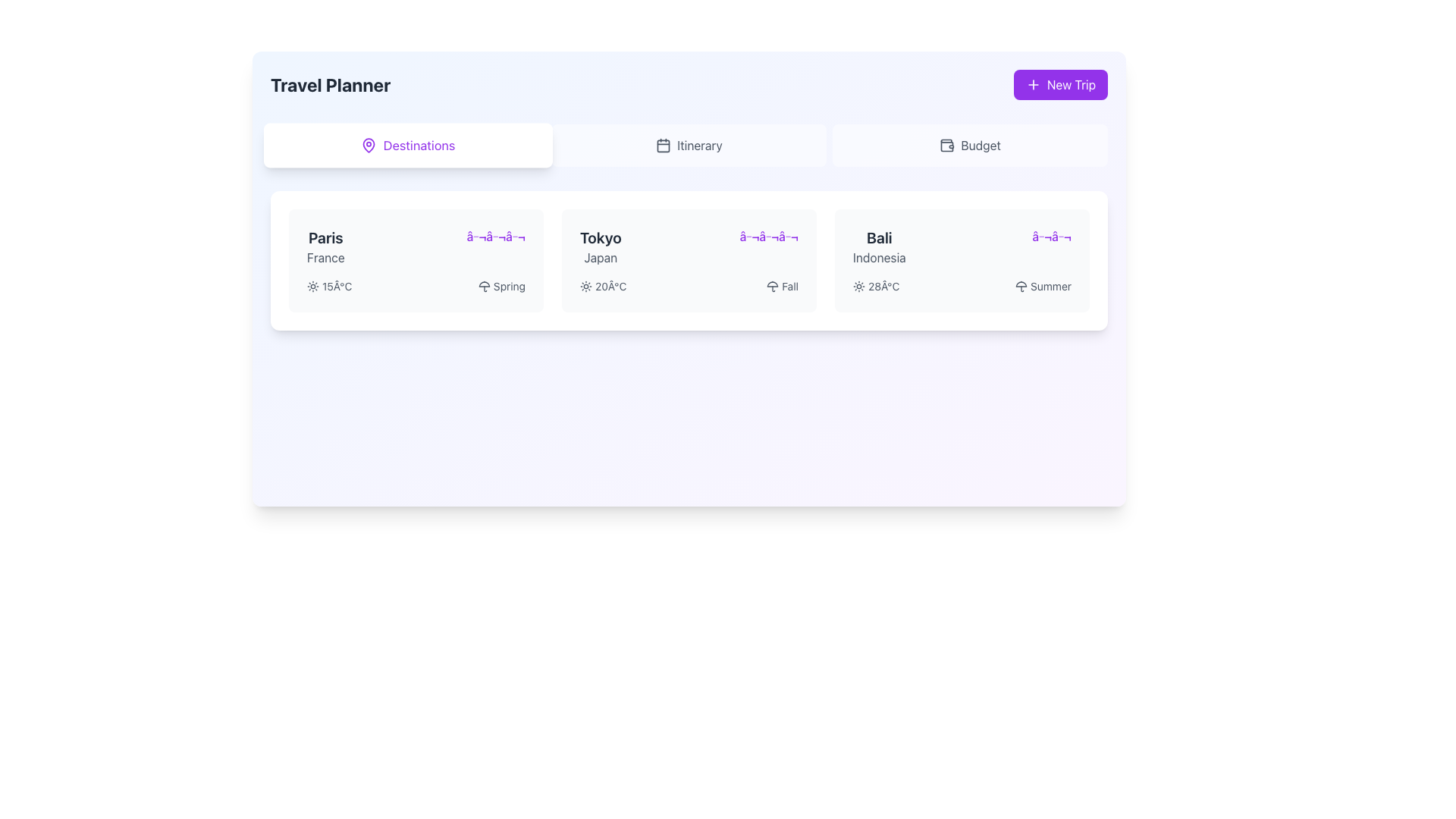  What do you see at coordinates (502, 287) in the screenshot?
I see `the text 'Spring' with the umbrella icon located in the lower-right section of the card labeled 'Paris, France'` at bounding box center [502, 287].